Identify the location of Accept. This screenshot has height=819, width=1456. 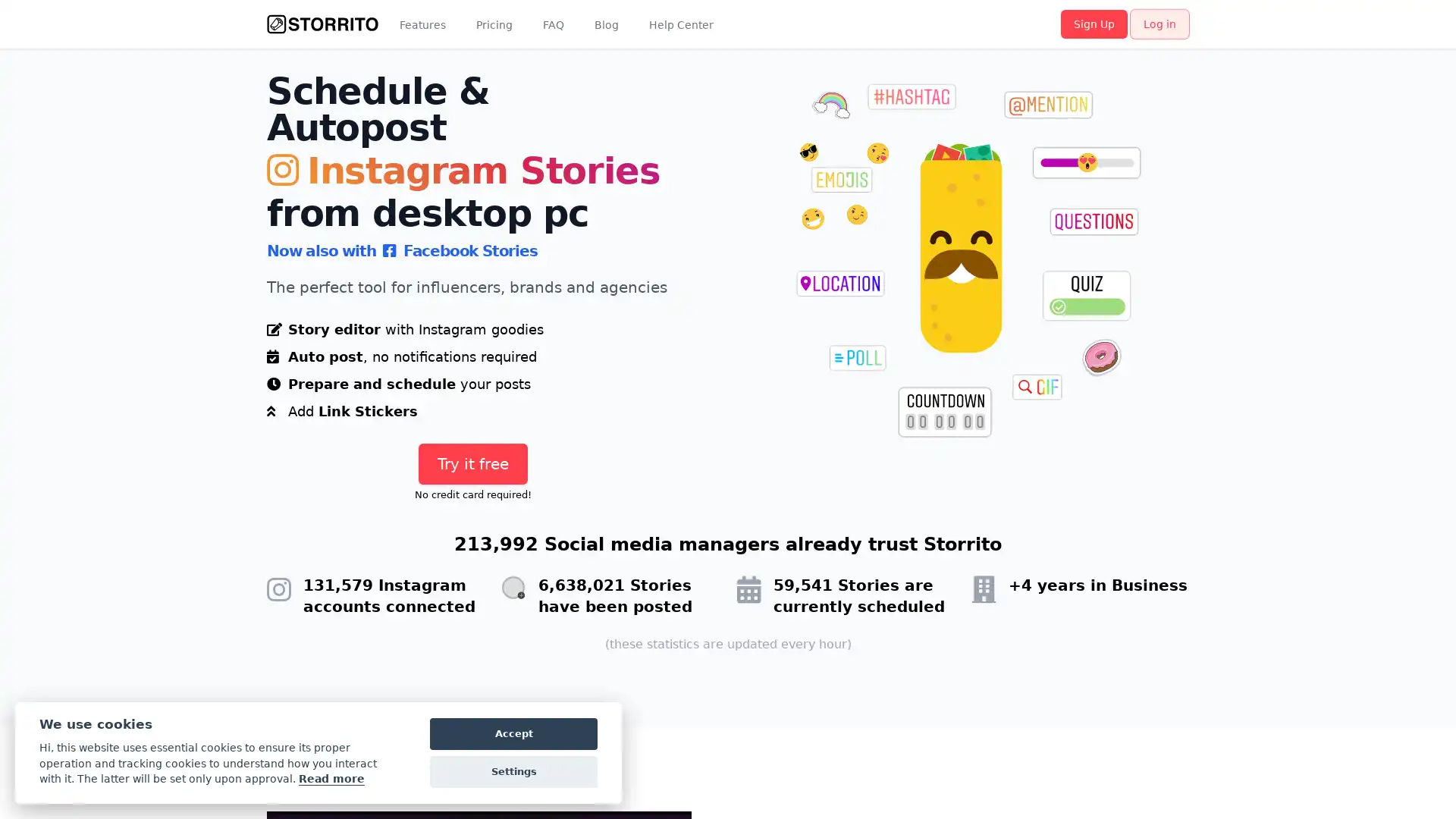
(513, 733).